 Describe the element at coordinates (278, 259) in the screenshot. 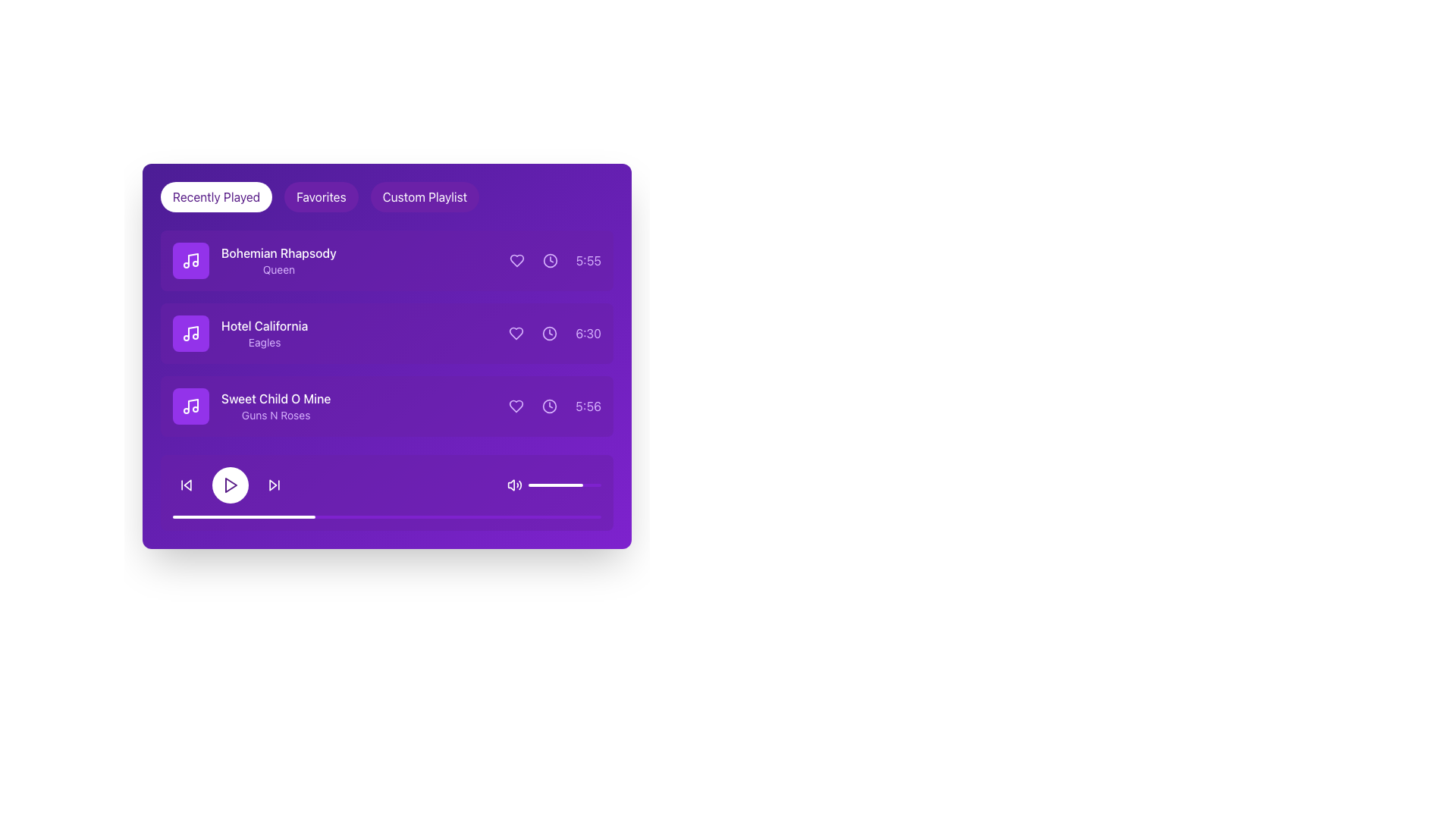

I see `the static text display component representing the song 'Bohemian Rhapsody' by 'Queen', located in the 'Recently Played' section` at that location.